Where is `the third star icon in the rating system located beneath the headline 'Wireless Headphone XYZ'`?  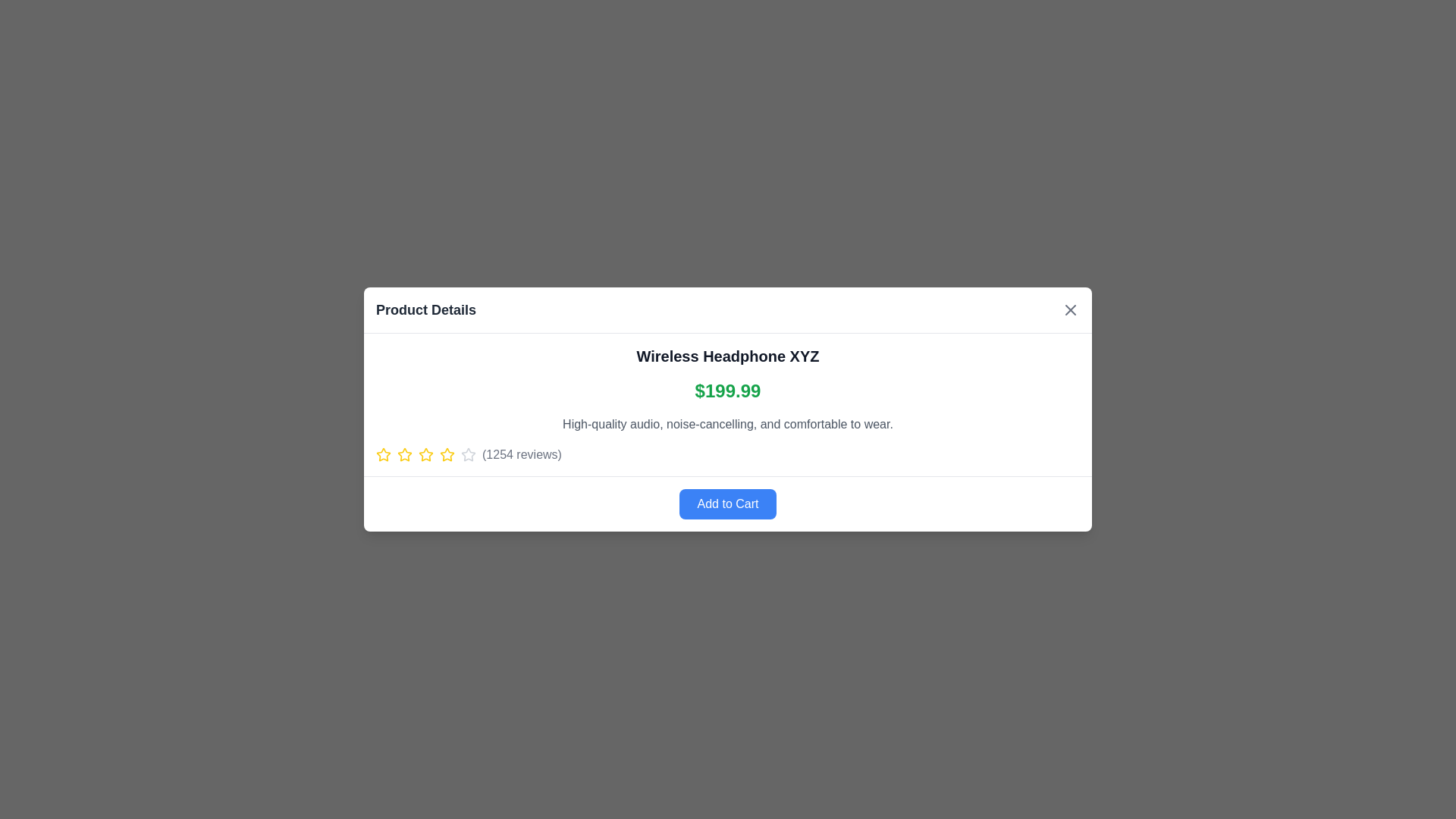 the third star icon in the rating system located beneath the headline 'Wireless Headphone XYZ' is located at coordinates (447, 453).